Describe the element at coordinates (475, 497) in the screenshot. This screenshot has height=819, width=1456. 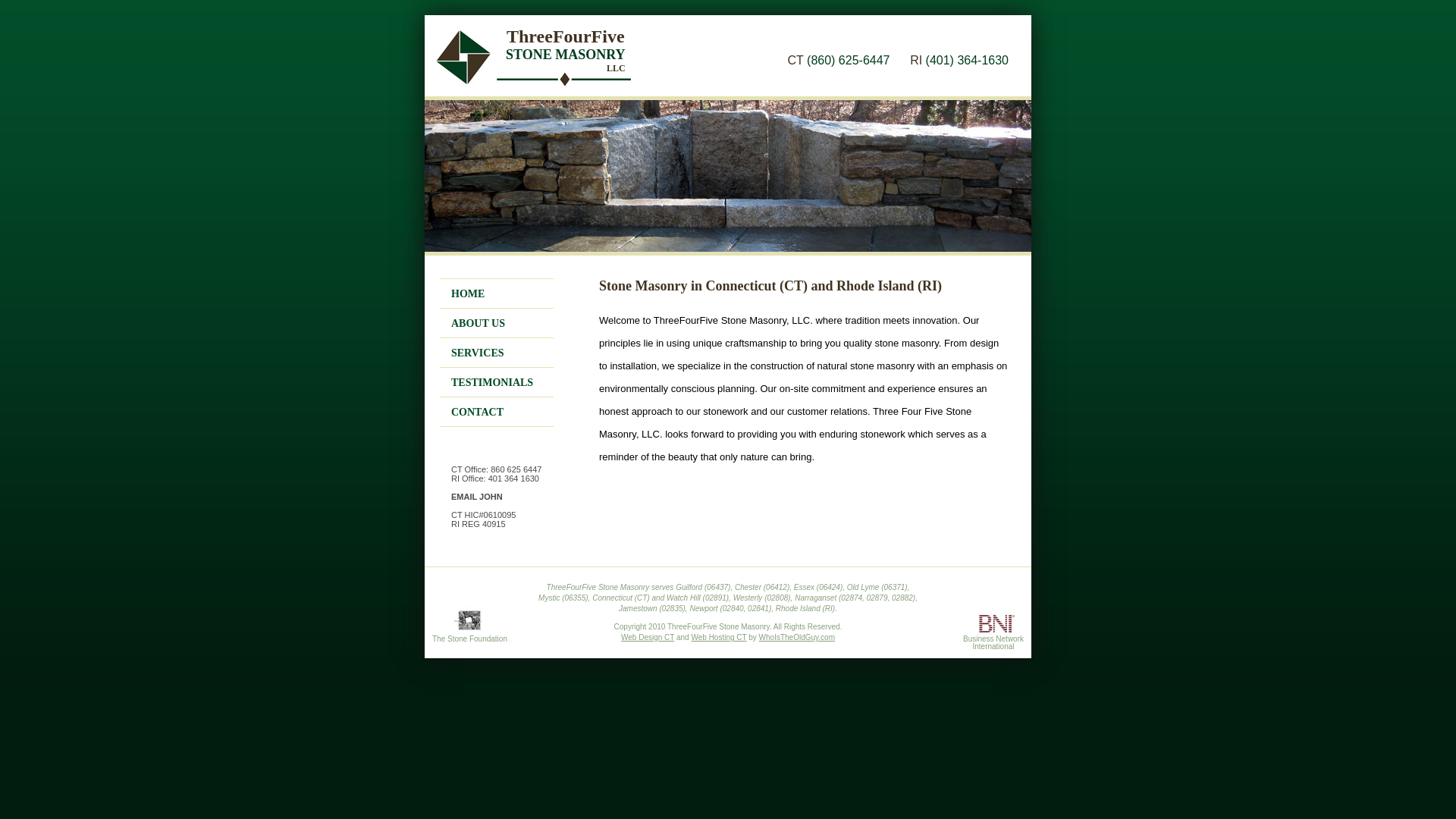
I see `'EMAIL JOHN'` at that location.